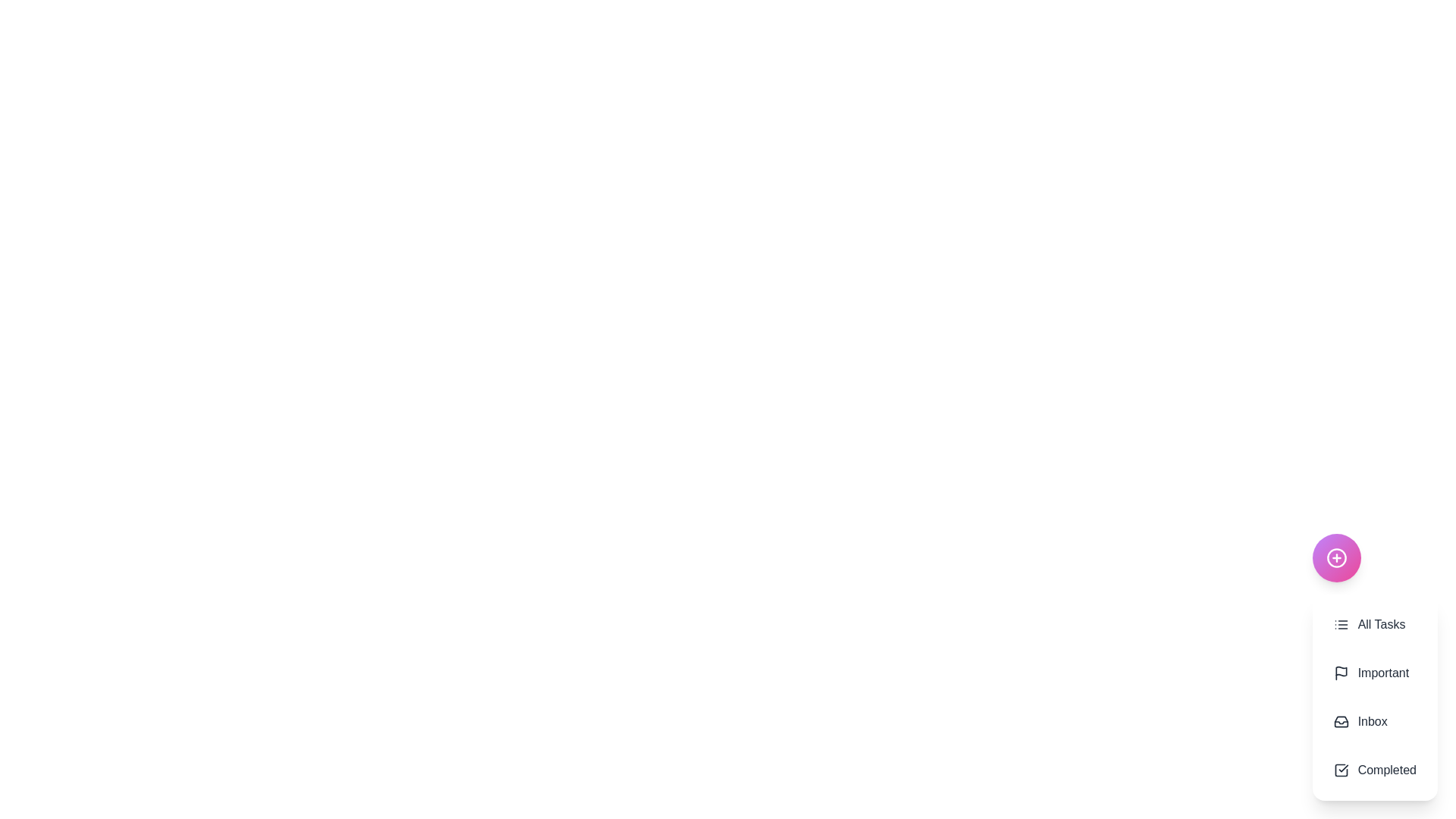  Describe the element at coordinates (1336, 558) in the screenshot. I see `the floating action button to toggle the visibility of the action menu` at that location.